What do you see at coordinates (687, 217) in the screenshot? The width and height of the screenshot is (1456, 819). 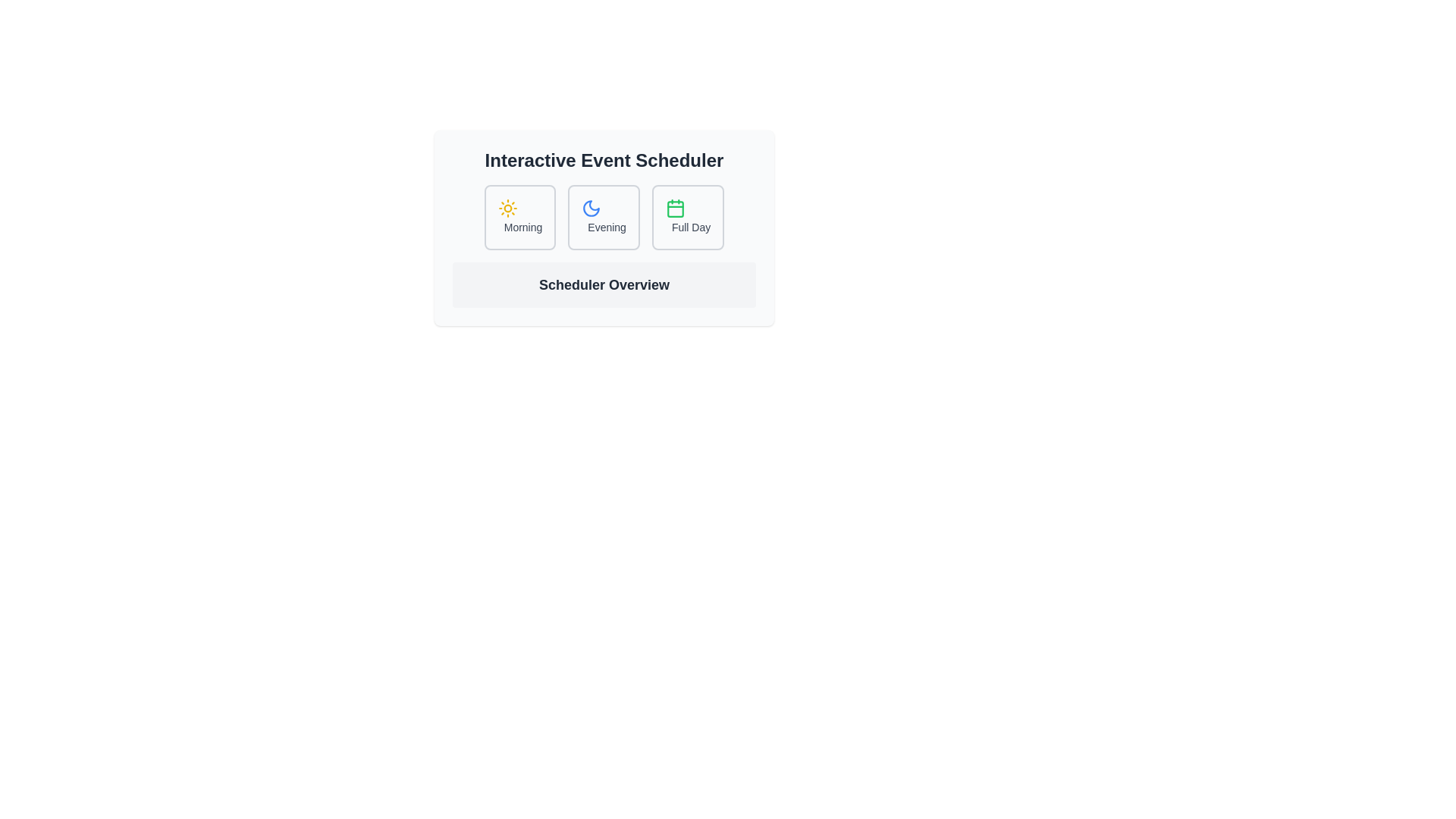 I see `the Full Day card option, which is a rectangular card with a white background, a green calendar icon at the top center, and the text 'Full Day' in gray beneath the icon` at bounding box center [687, 217].